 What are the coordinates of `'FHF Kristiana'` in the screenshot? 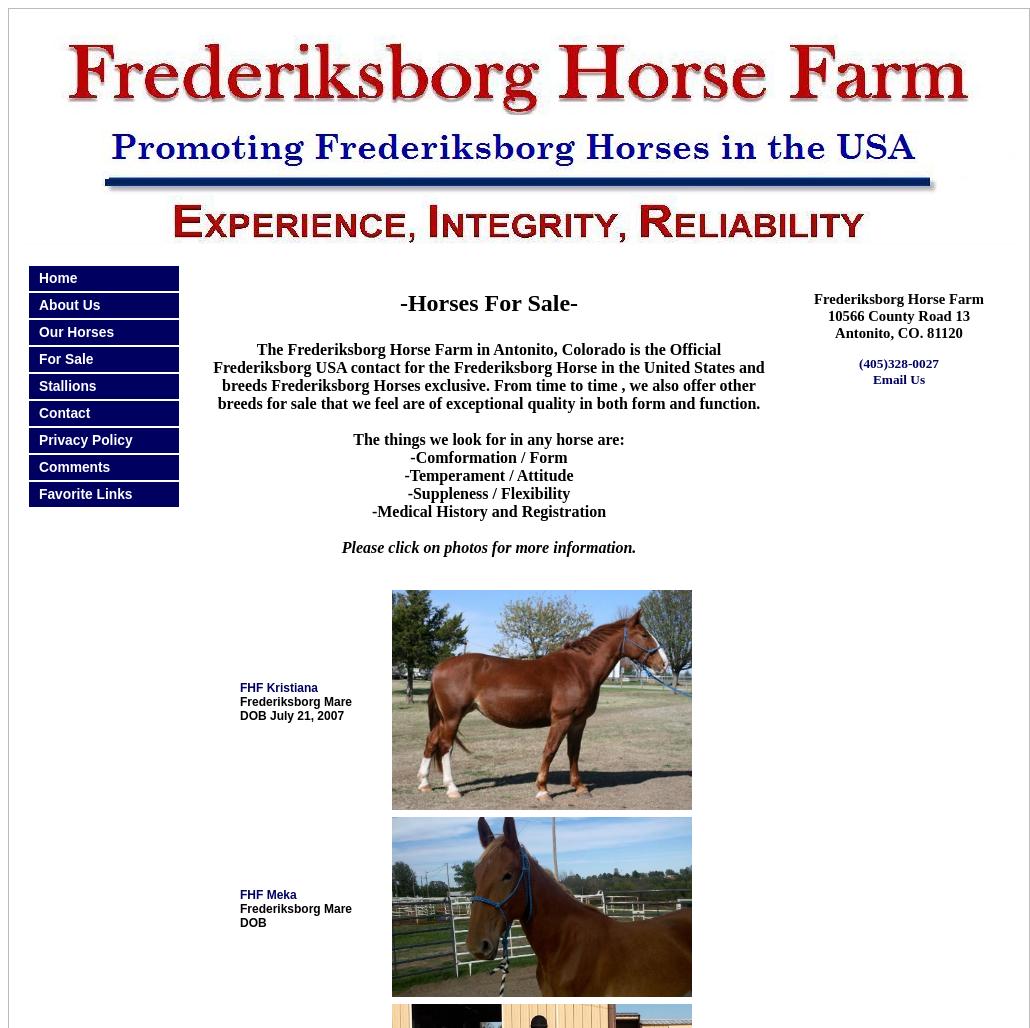 It's located at (278, 687).